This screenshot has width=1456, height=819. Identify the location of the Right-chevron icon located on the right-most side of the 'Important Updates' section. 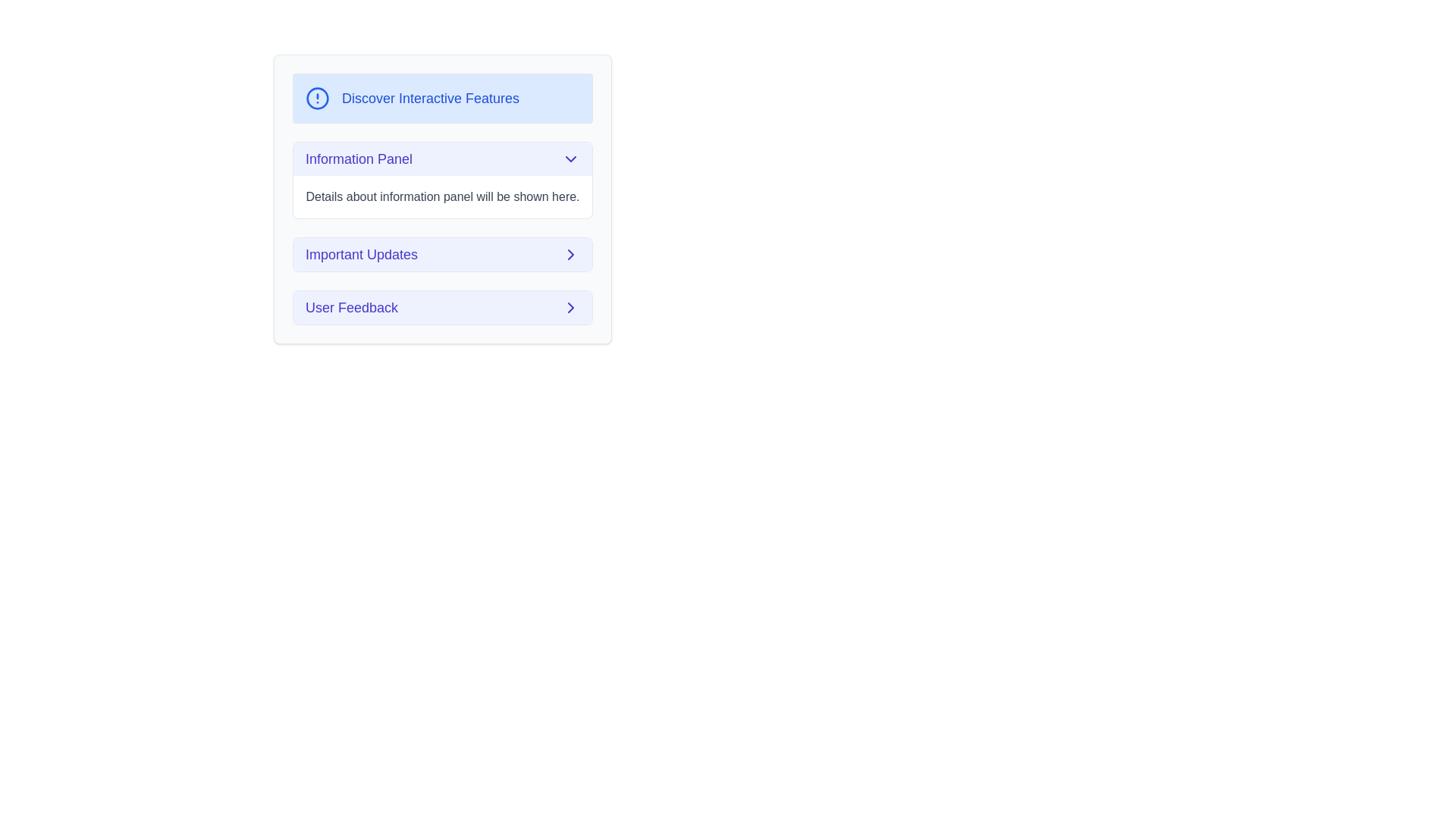
(570, 253).